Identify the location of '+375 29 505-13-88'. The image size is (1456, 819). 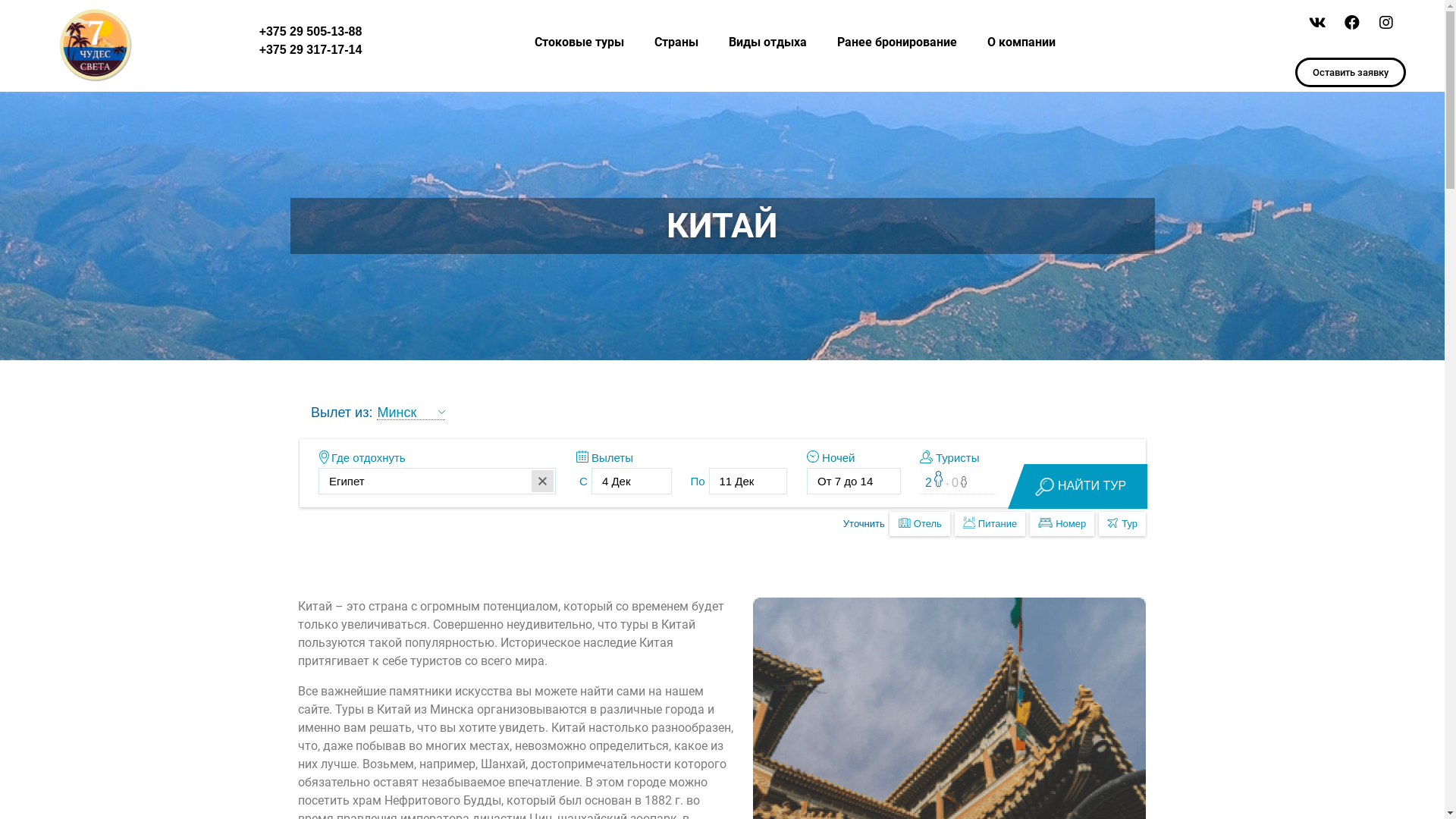
(309, 31).